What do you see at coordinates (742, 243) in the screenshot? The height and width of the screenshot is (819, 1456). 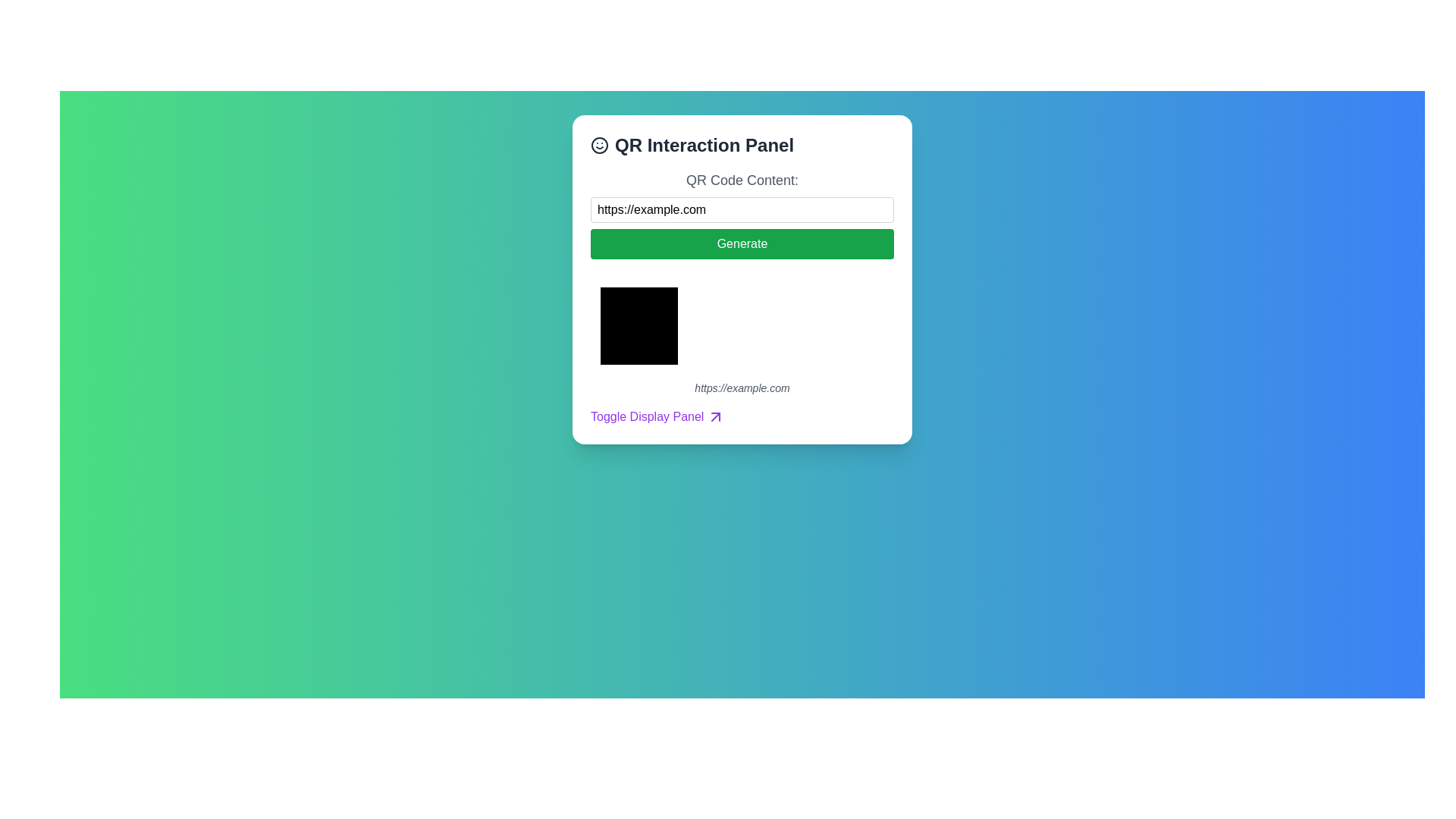 I see `the button that triggers QR code generation, located below the 'QR Code Content:' input field and above a placeholder for a QR code` at bounding box center [742, 243].